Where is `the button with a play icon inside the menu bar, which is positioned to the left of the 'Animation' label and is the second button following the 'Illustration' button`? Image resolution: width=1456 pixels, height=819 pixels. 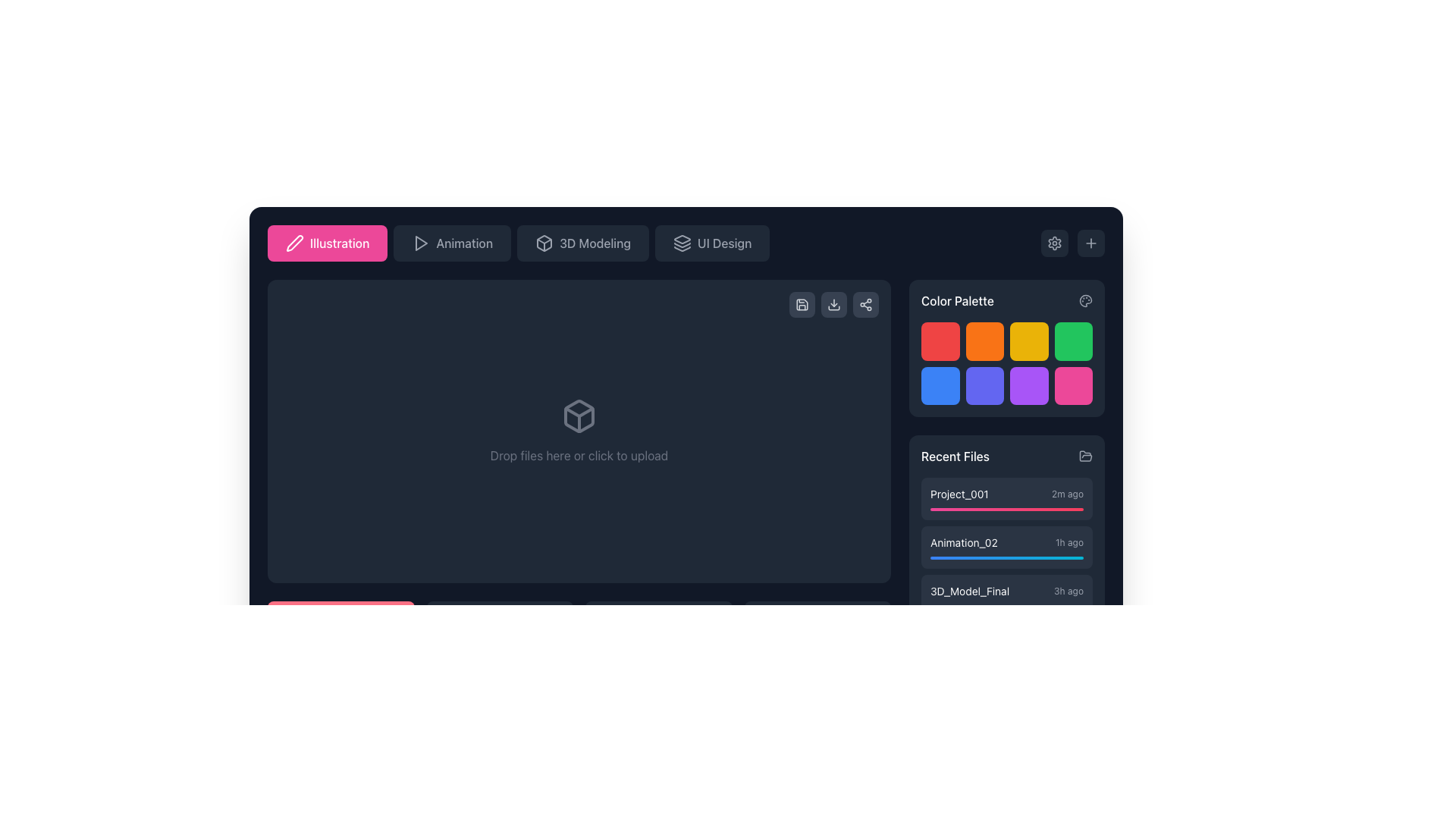
the button with a play icon inside the menu bar, which is positioned to the left of the 'Animation' label and is the second button following the 'Illustration' button is located at coordinates (421, 242).